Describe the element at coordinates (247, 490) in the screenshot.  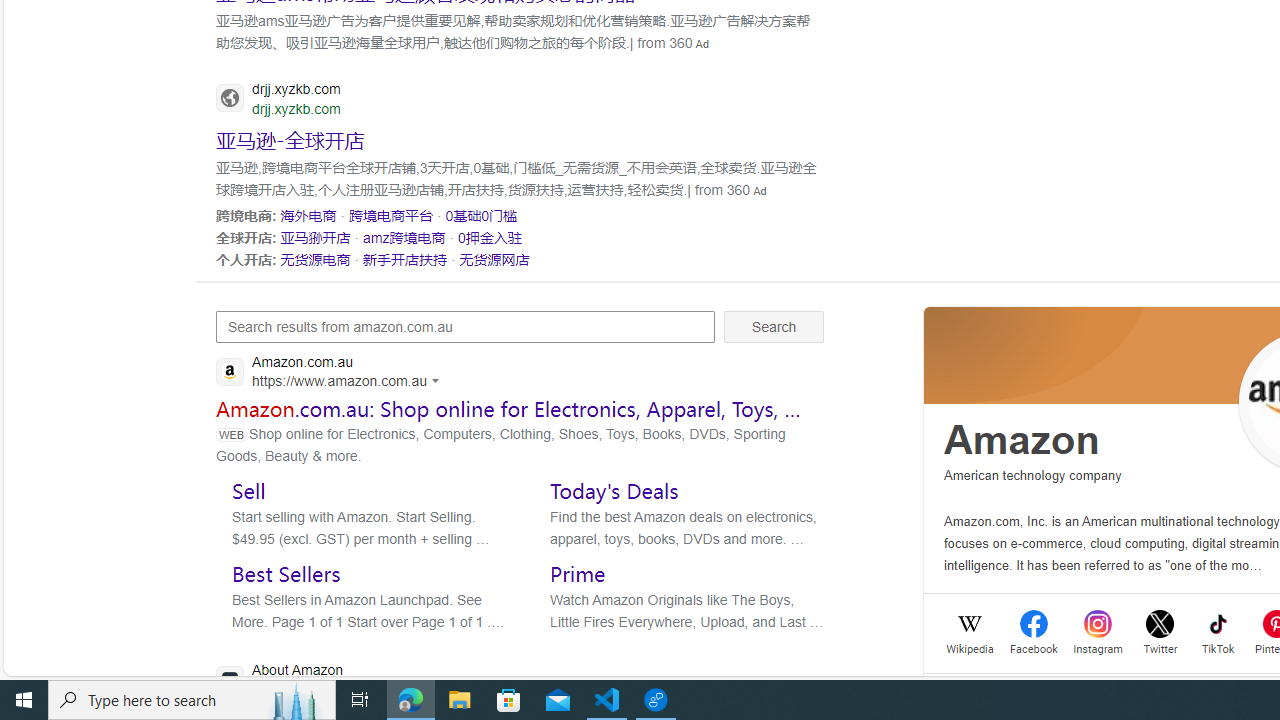
I see `'Sell'` at that location.